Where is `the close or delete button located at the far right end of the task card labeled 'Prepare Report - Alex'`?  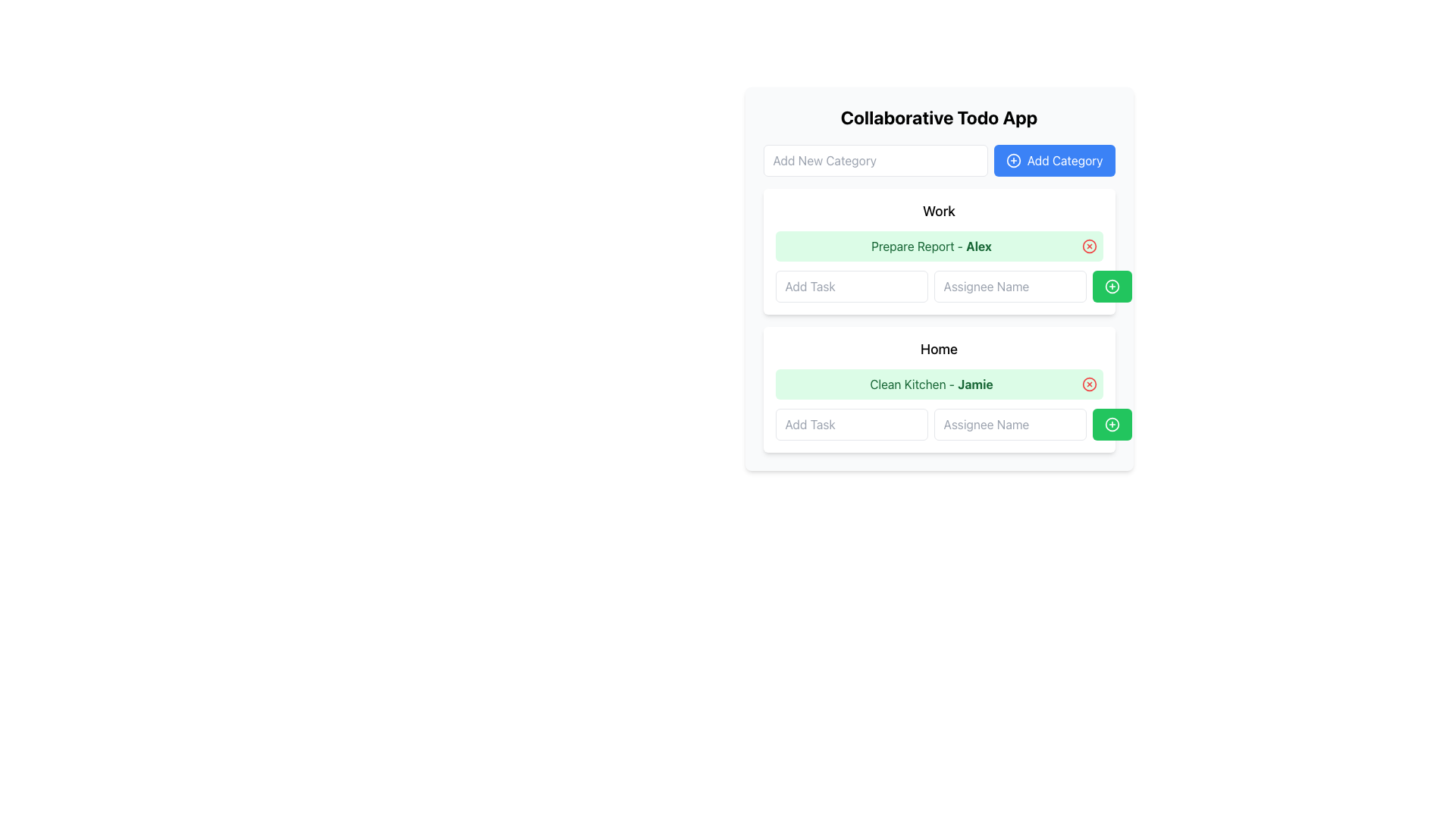
the close or delete button located at the far right end of the task card labeled 'Prepare Report - Alex' is located at coordinates (1088, 245).